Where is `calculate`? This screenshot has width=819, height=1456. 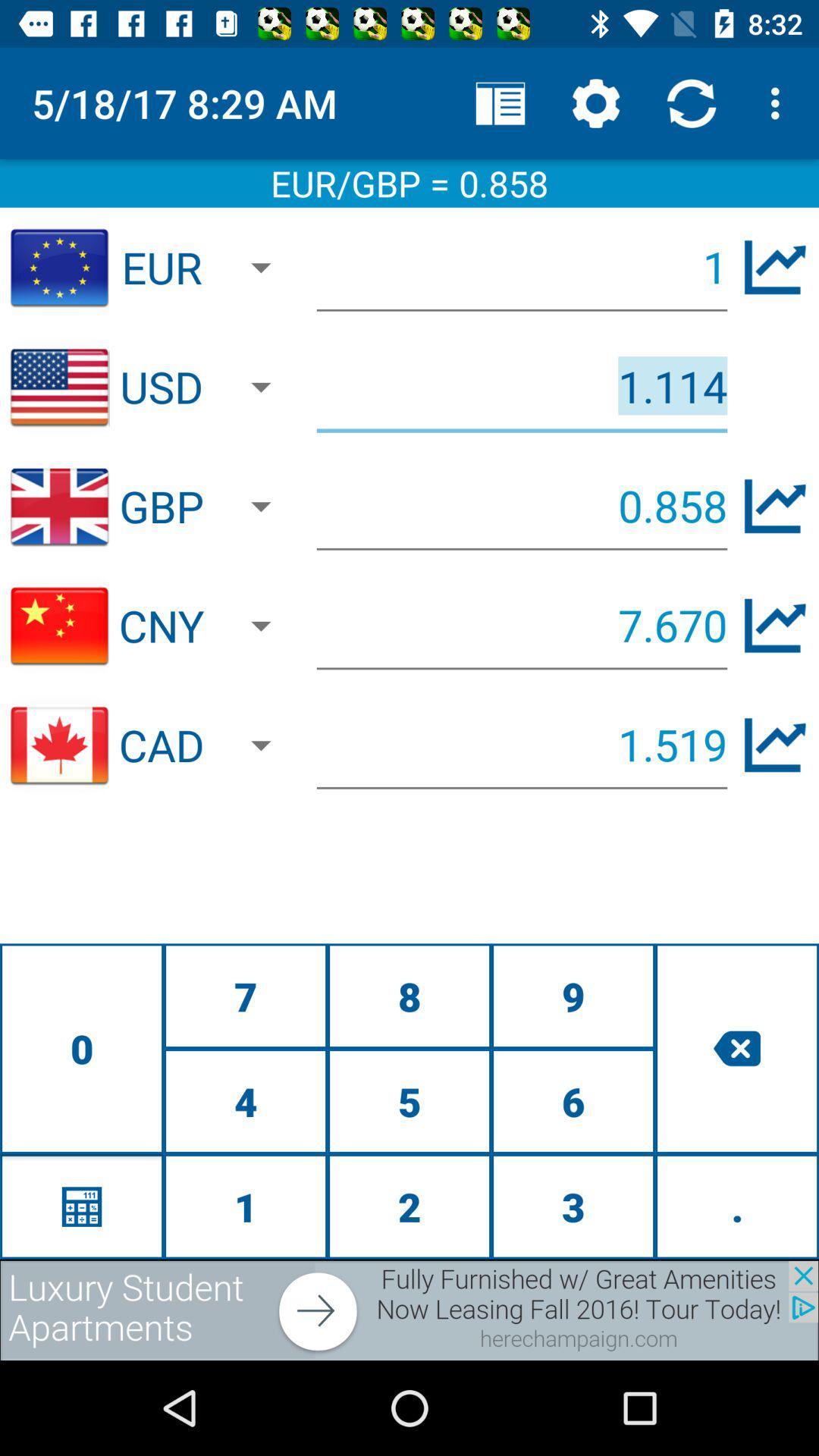
calculate is located at coordinates (82, 1206).